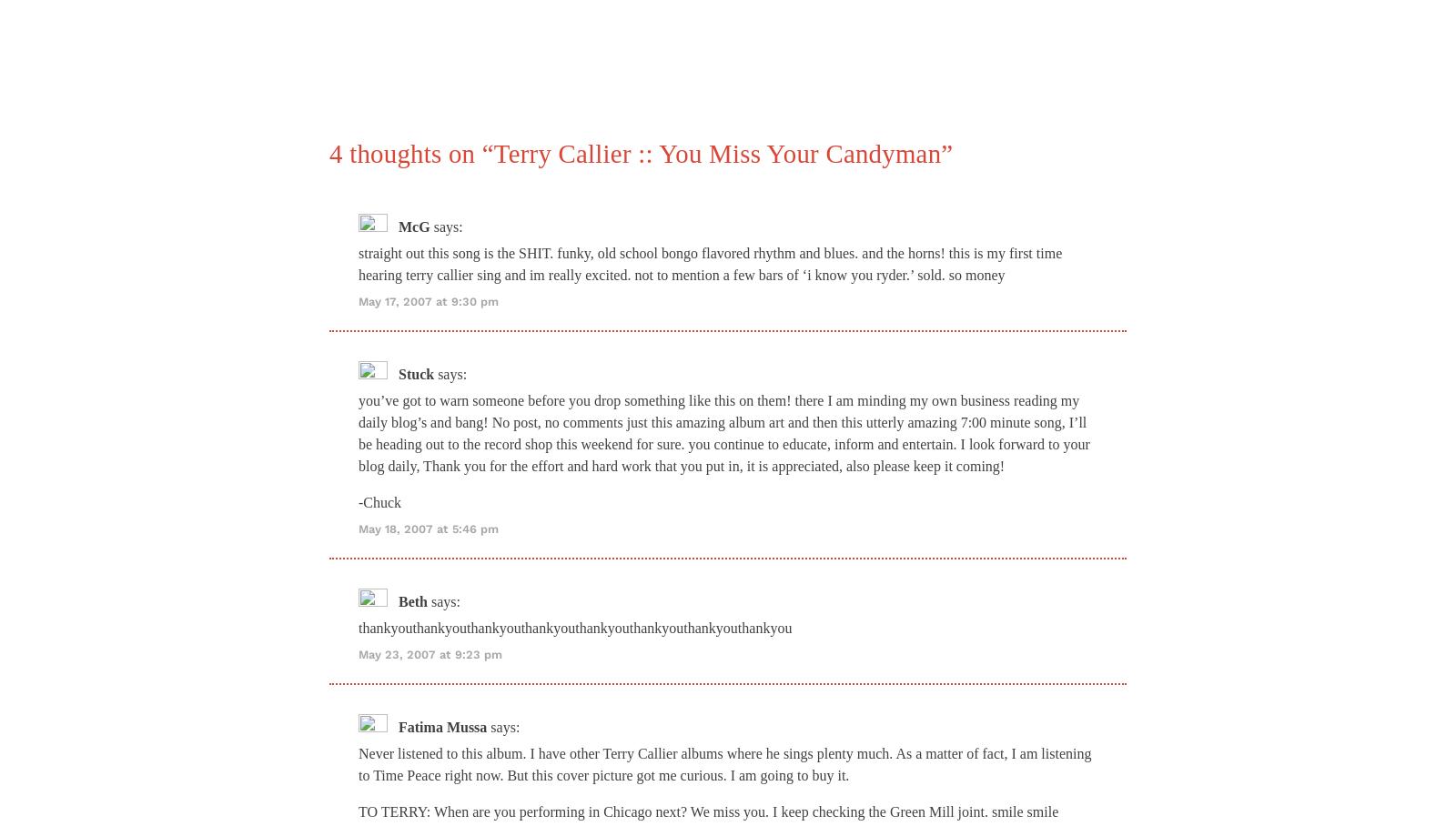  What do you see at coordinates (397, 600) in the screenshot?
I see `'Beth'` at bounding box center [397, 600].